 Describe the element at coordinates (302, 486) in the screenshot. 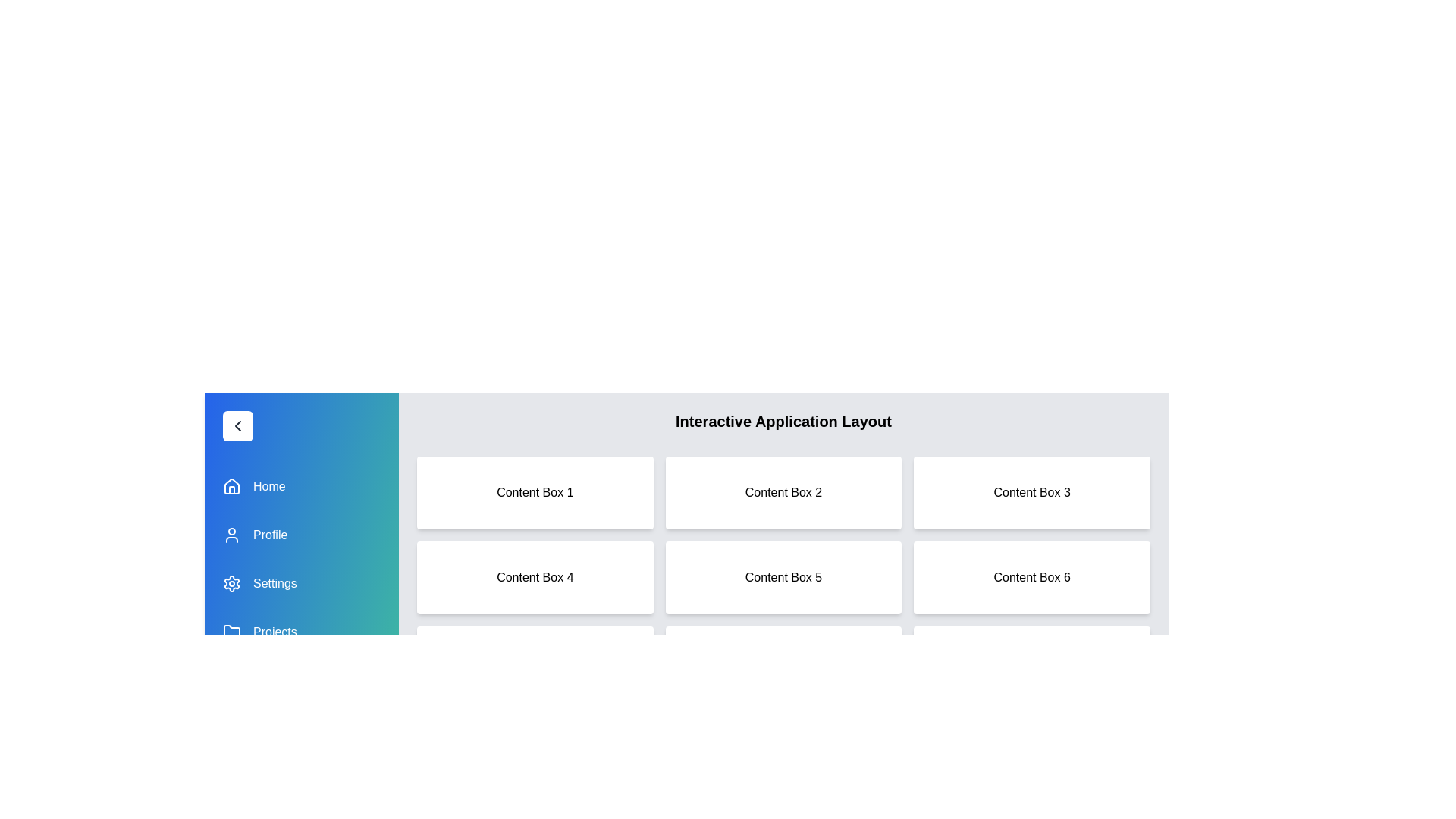

I see `the menu item Home to navigate or activate its associated functionality` at that location.